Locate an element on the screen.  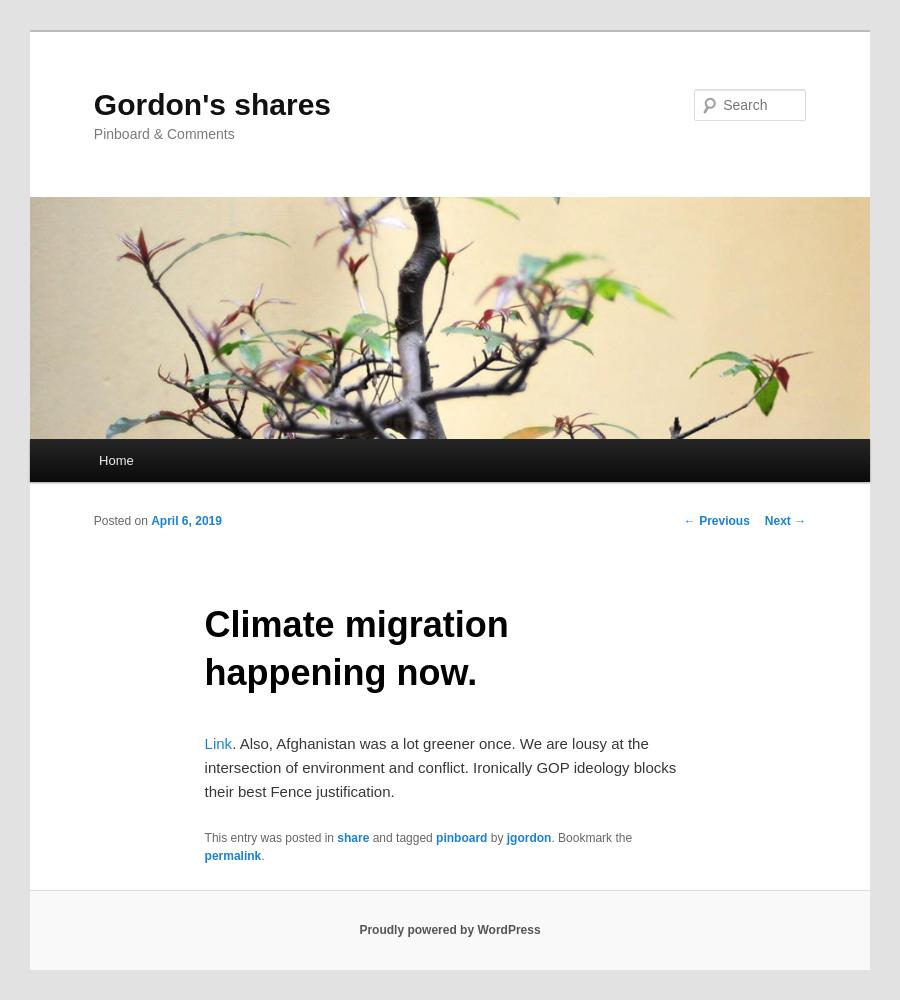
'Climate migration happening now.' is located at coordinates (204, 647).